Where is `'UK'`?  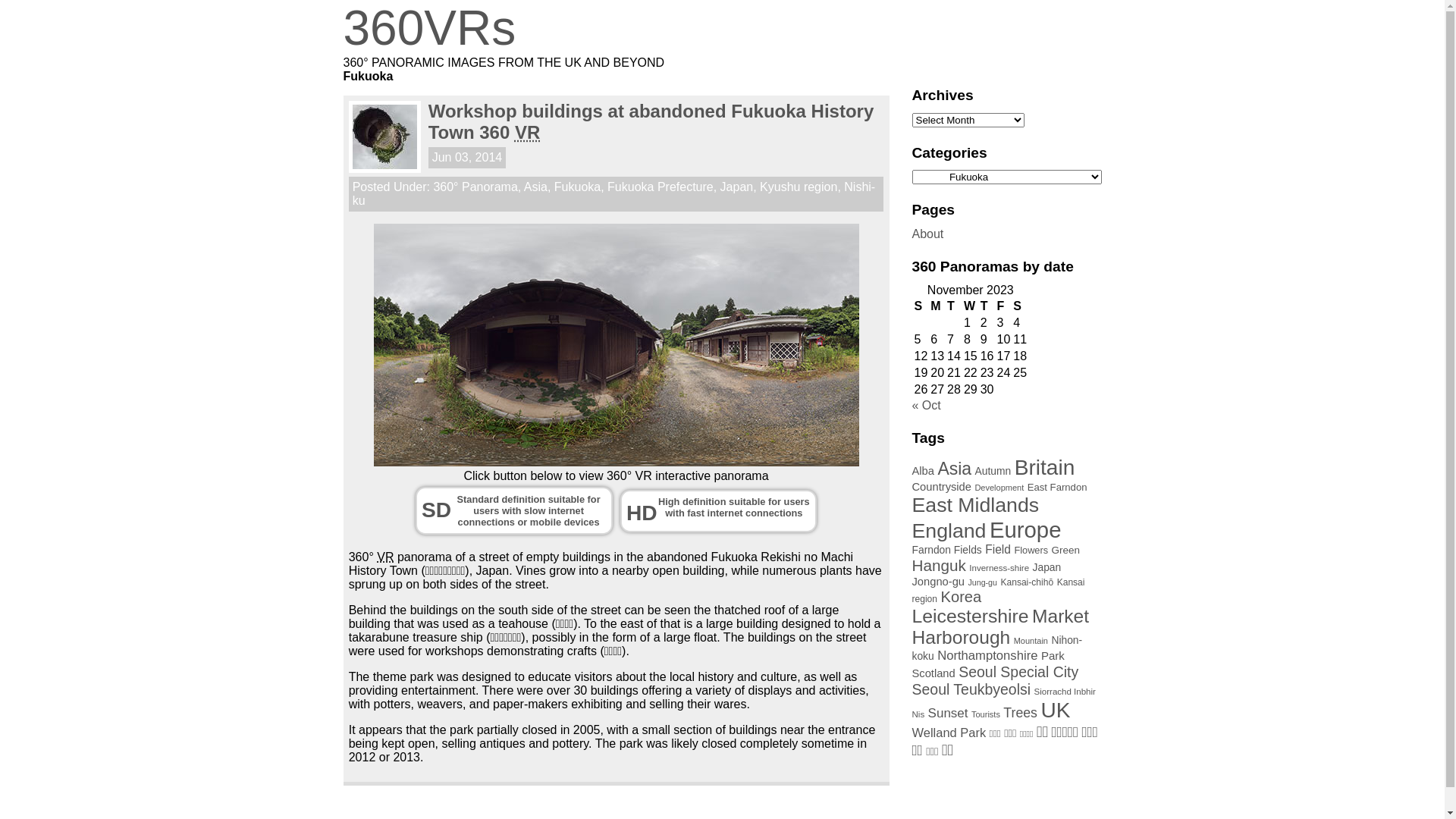
'UK' is located at coordinates (1040, 710).